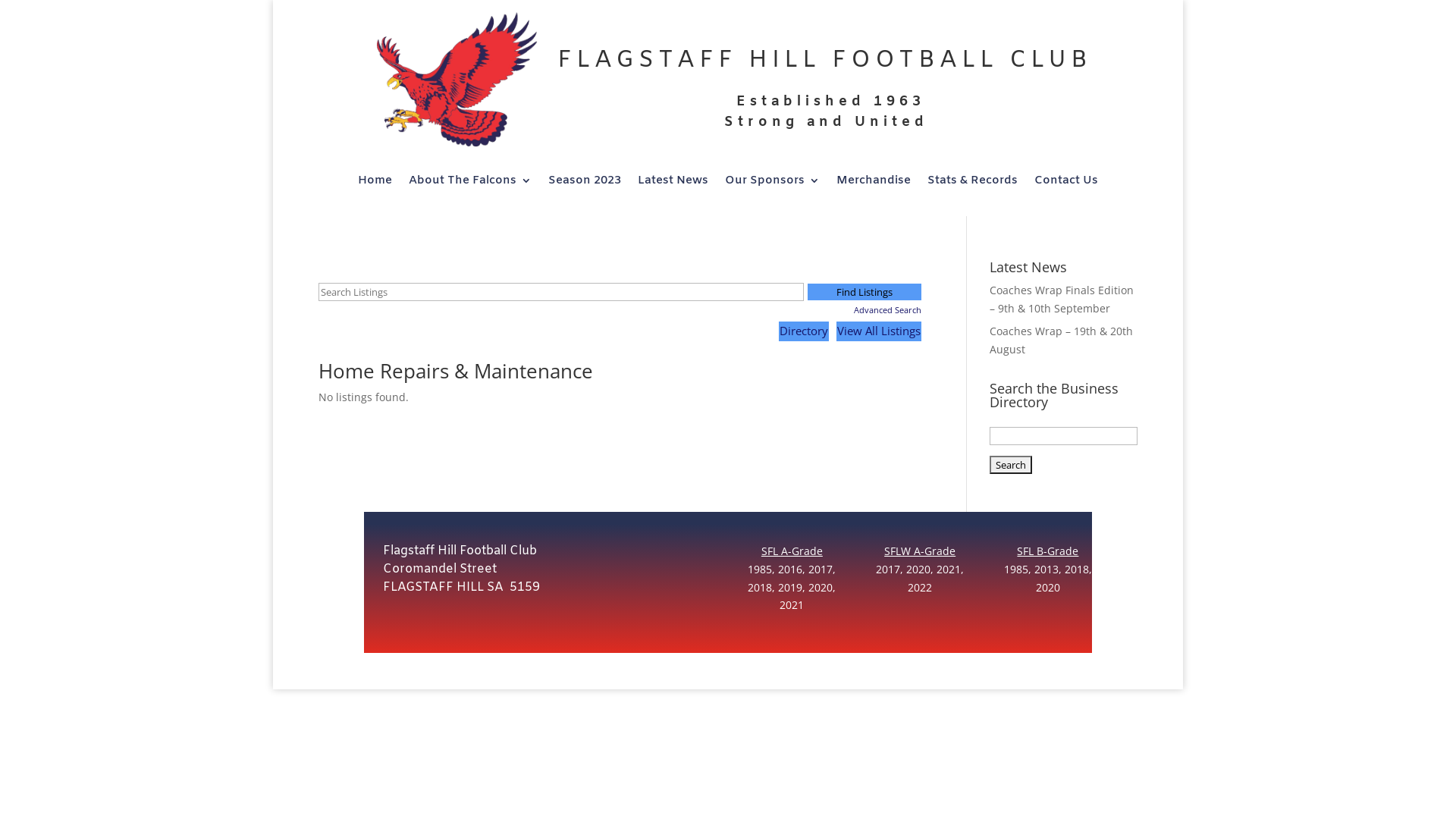  I want to click on 'Search', so click(1011, 464).